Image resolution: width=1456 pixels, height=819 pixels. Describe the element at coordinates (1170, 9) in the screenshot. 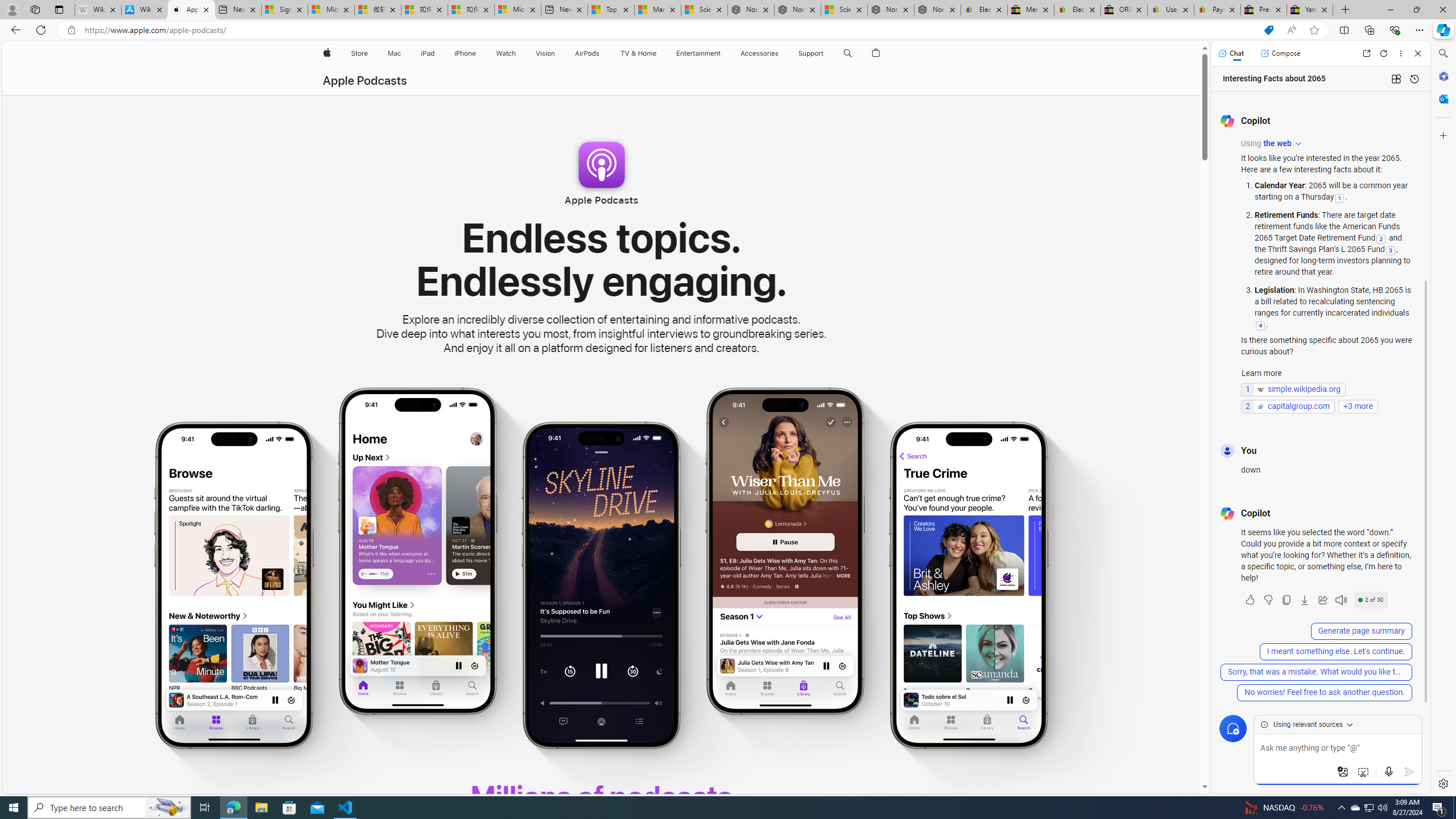

I see `'User Privacy Notice | eBay'` at that location.